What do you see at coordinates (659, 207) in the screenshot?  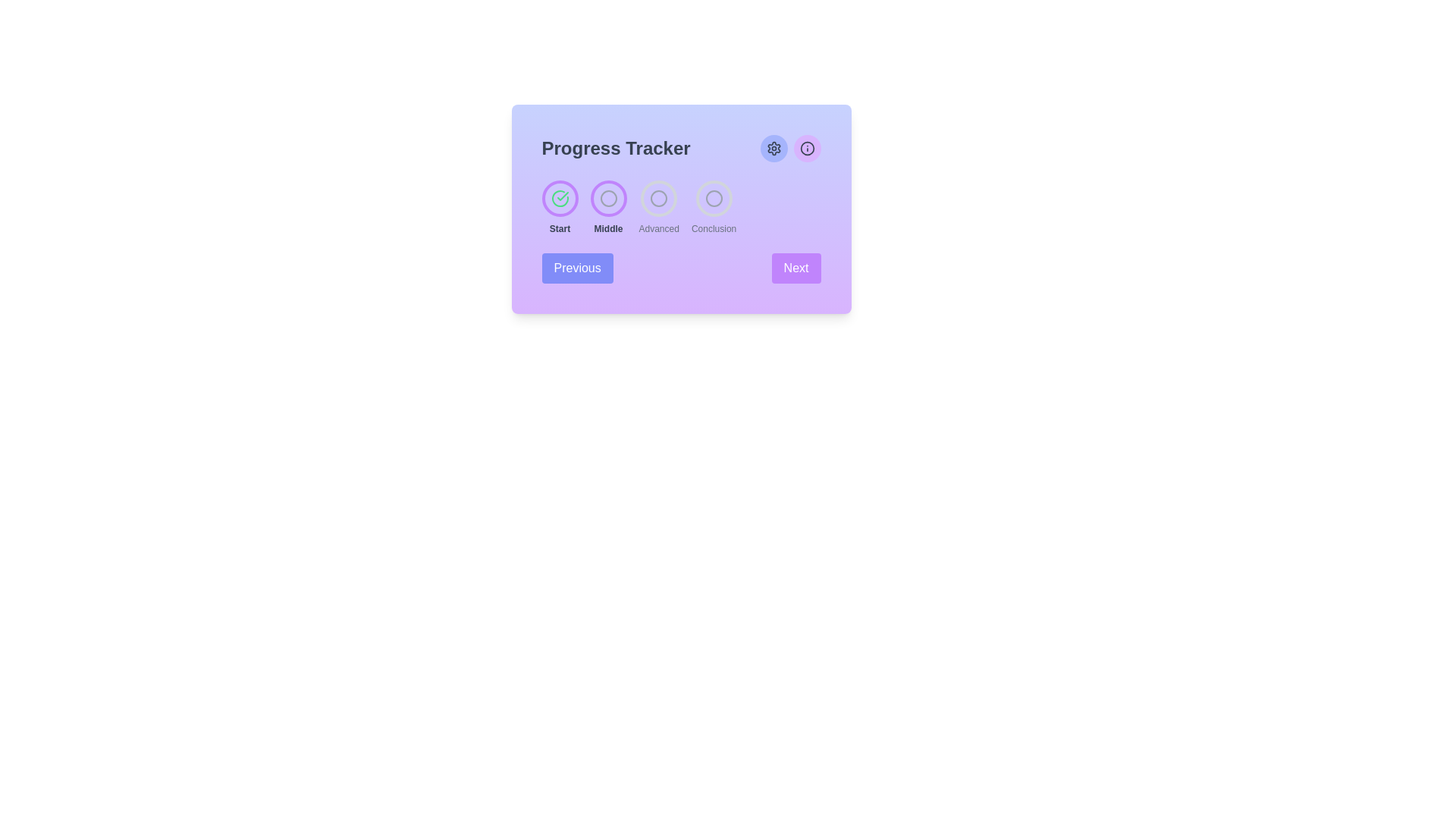 I see `the 'Advanced' button in the 'Progress Tracker' section for interaction` at bounding box center [659, 207].